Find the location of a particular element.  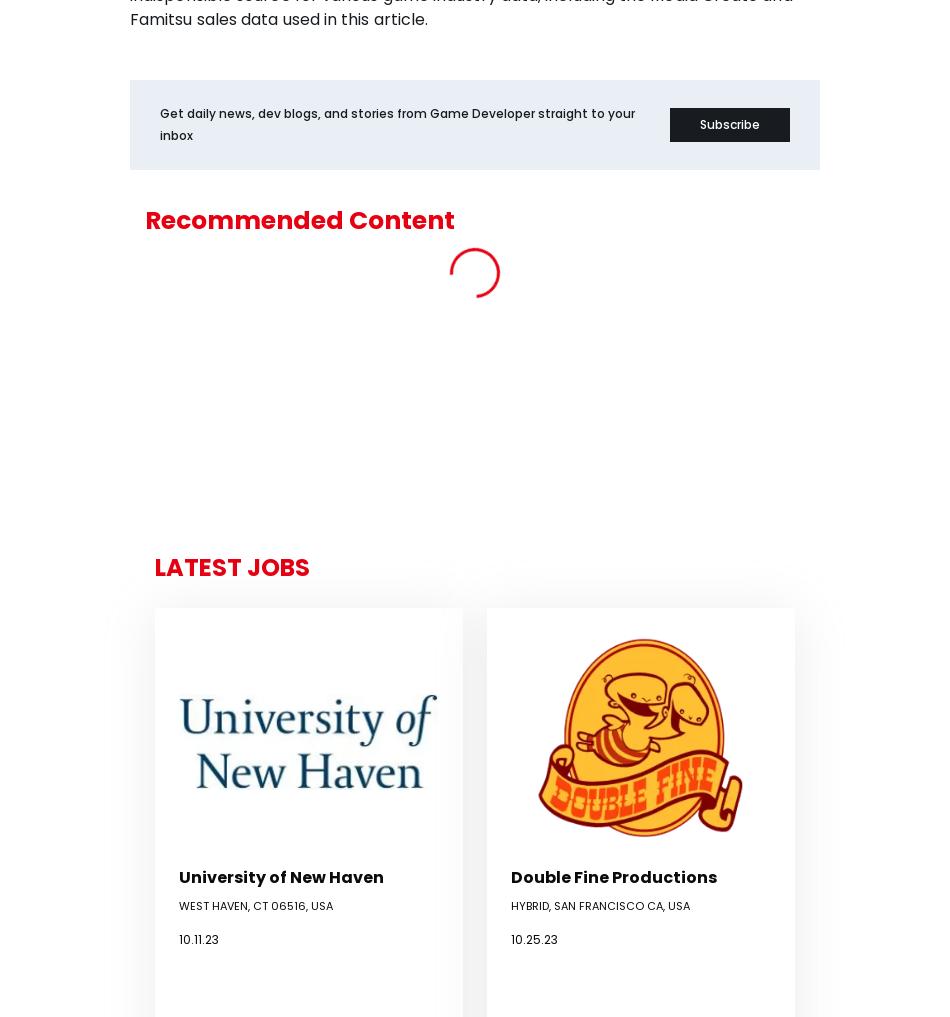

'Subscribe' is located at coordinates (728, 122).